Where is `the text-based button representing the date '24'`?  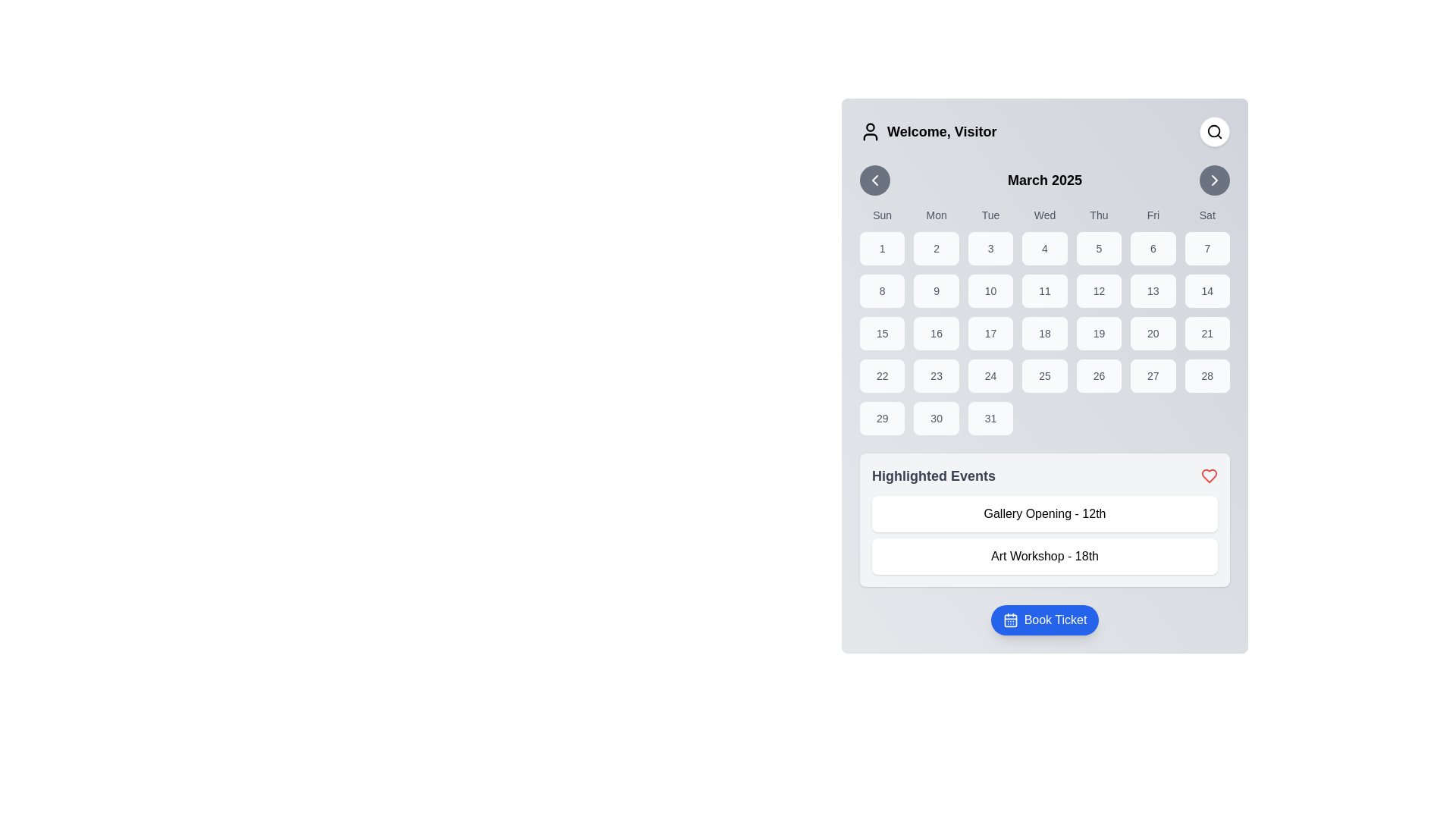
the text-based button representing the date '24' is located at coordinates (990, 375).